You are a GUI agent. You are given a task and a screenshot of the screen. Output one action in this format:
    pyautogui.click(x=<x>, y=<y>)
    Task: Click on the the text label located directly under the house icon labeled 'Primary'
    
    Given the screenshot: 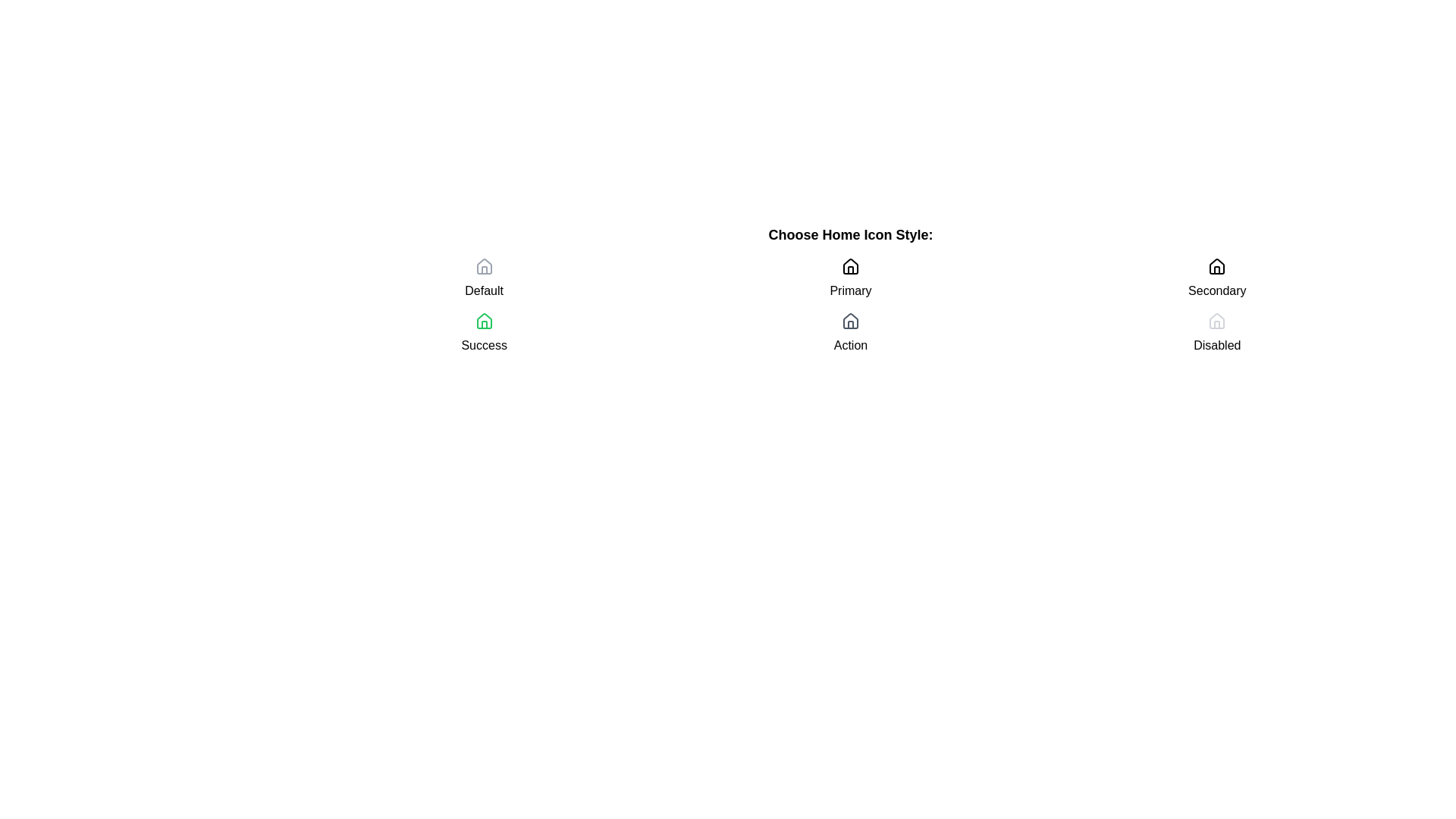 What is the action you would take?
    pyautogui.click(x=851, y=345)
    